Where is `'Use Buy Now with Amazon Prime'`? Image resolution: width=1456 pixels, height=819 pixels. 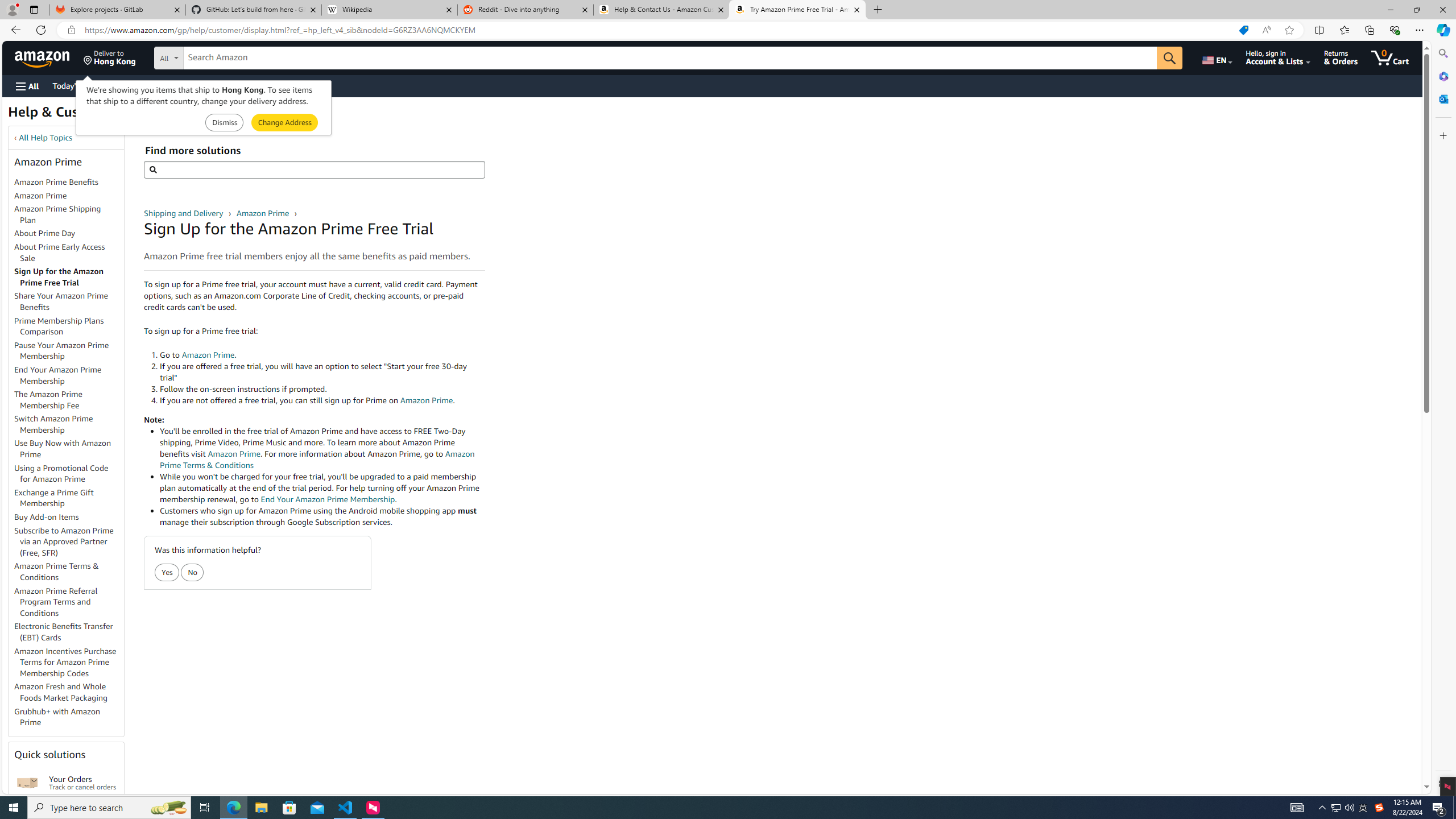
'Use Buy Now with Amazon Prime' is located at coordinates (69, 448).